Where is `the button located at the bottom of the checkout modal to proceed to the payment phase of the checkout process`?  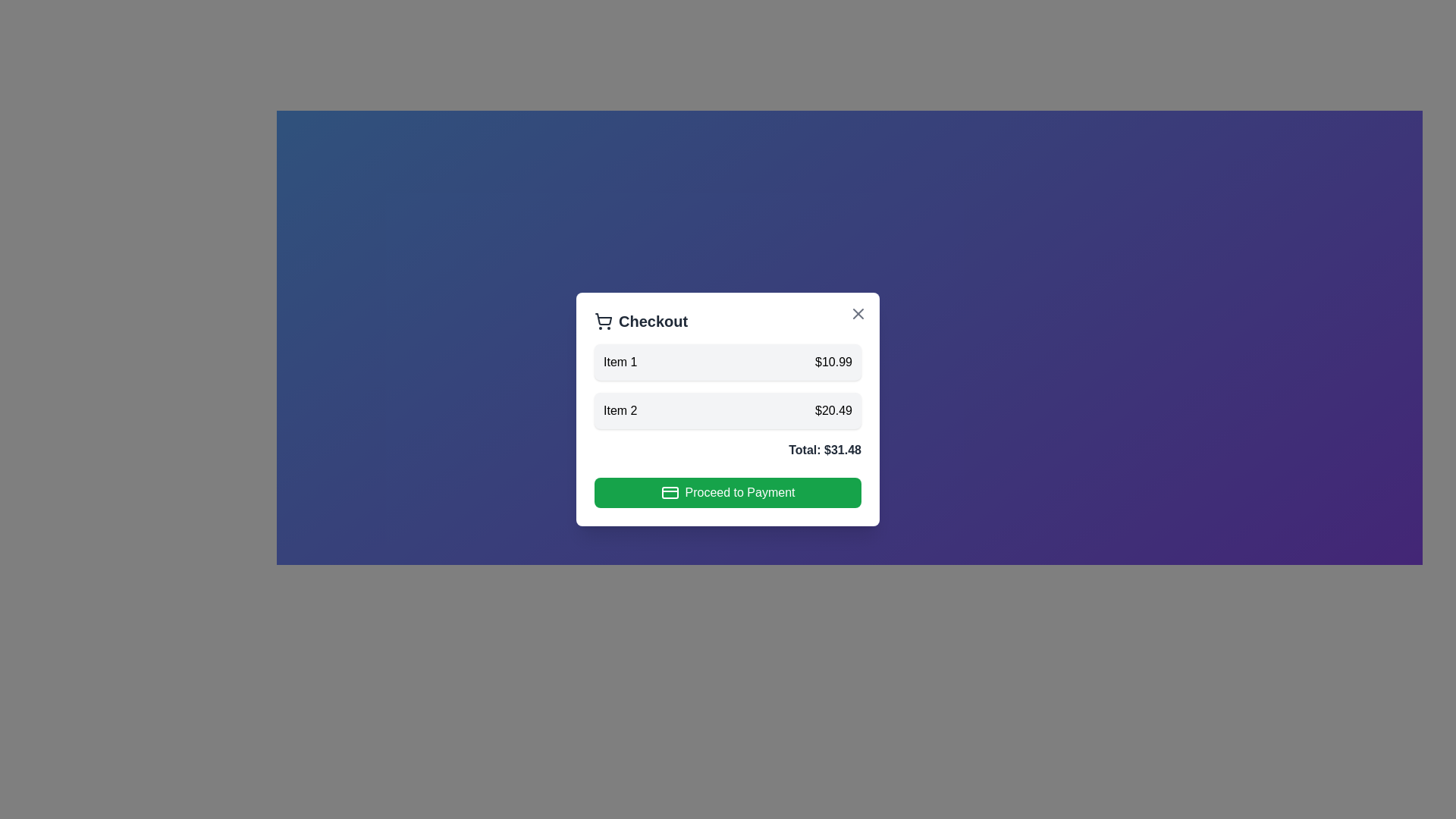
the button located at the bottom of the checkout modal to proceed to the payment phase of the checkout process is located at coordinates (728, 493).